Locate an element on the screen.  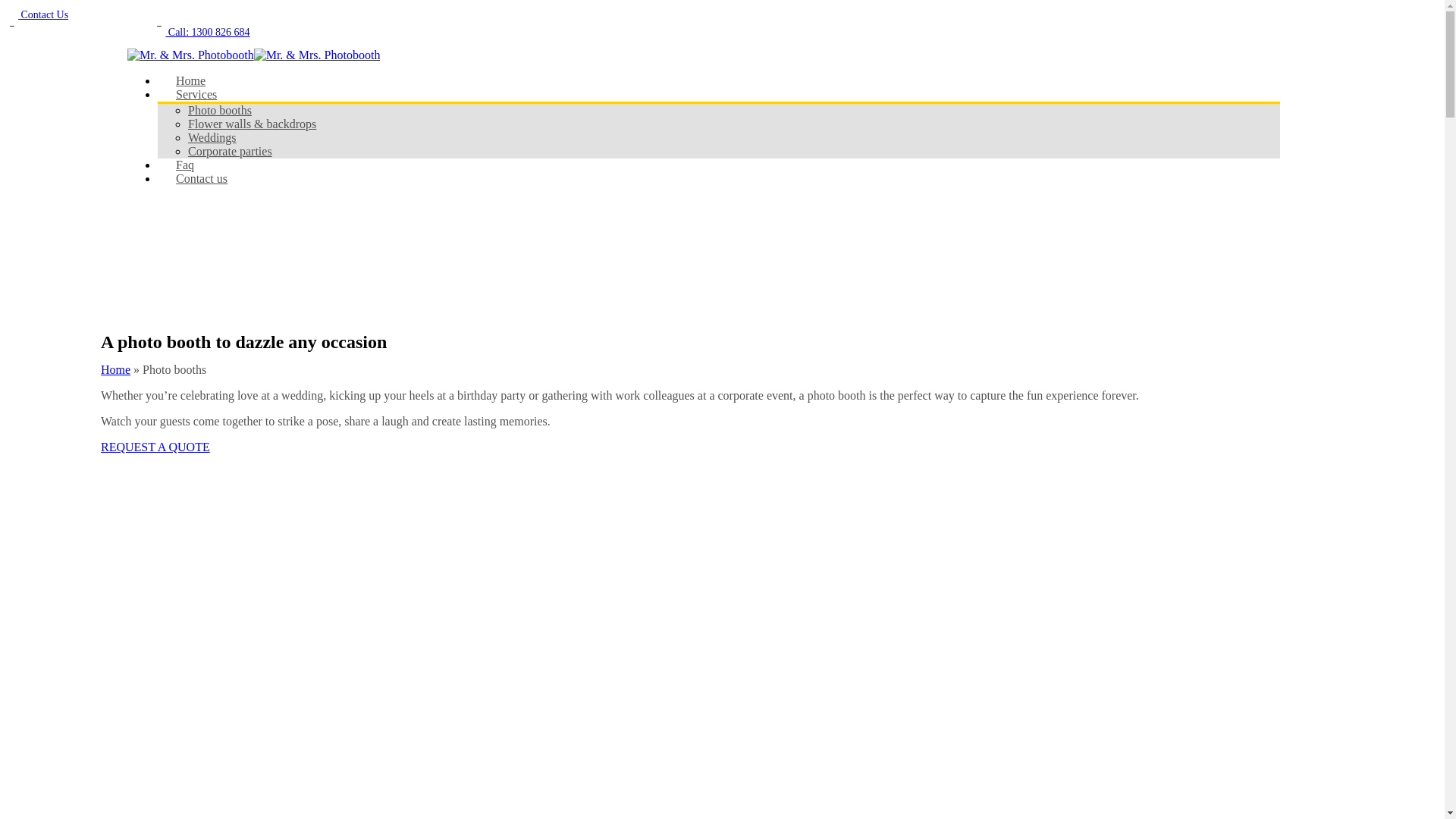
'REQUEST A QUOTE' is located at coordinates (155, 446).